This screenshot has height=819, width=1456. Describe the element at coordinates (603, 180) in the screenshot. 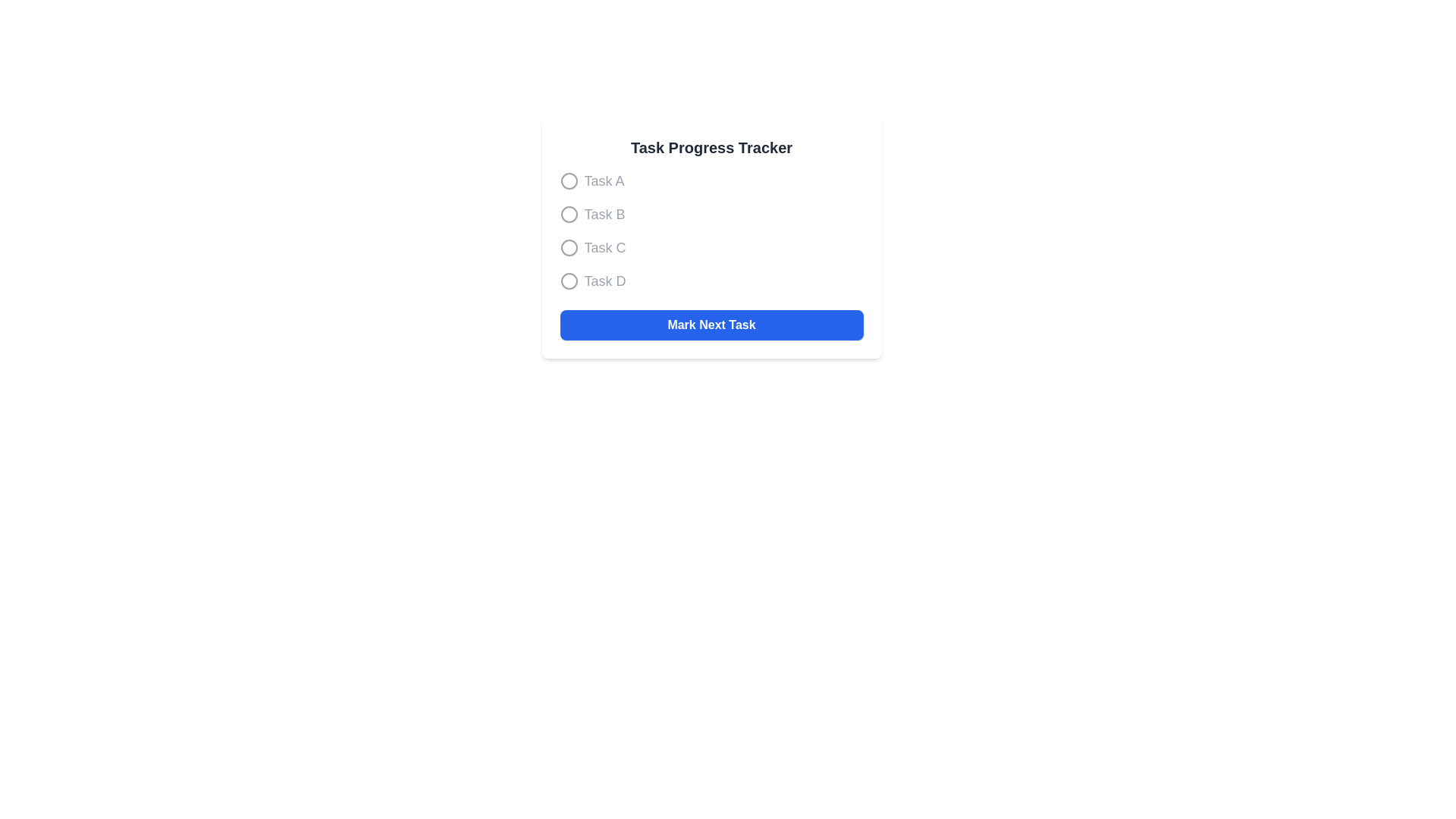

I see `the text label that displays the name of the first task in progress within the task progress tracker card` at that location.